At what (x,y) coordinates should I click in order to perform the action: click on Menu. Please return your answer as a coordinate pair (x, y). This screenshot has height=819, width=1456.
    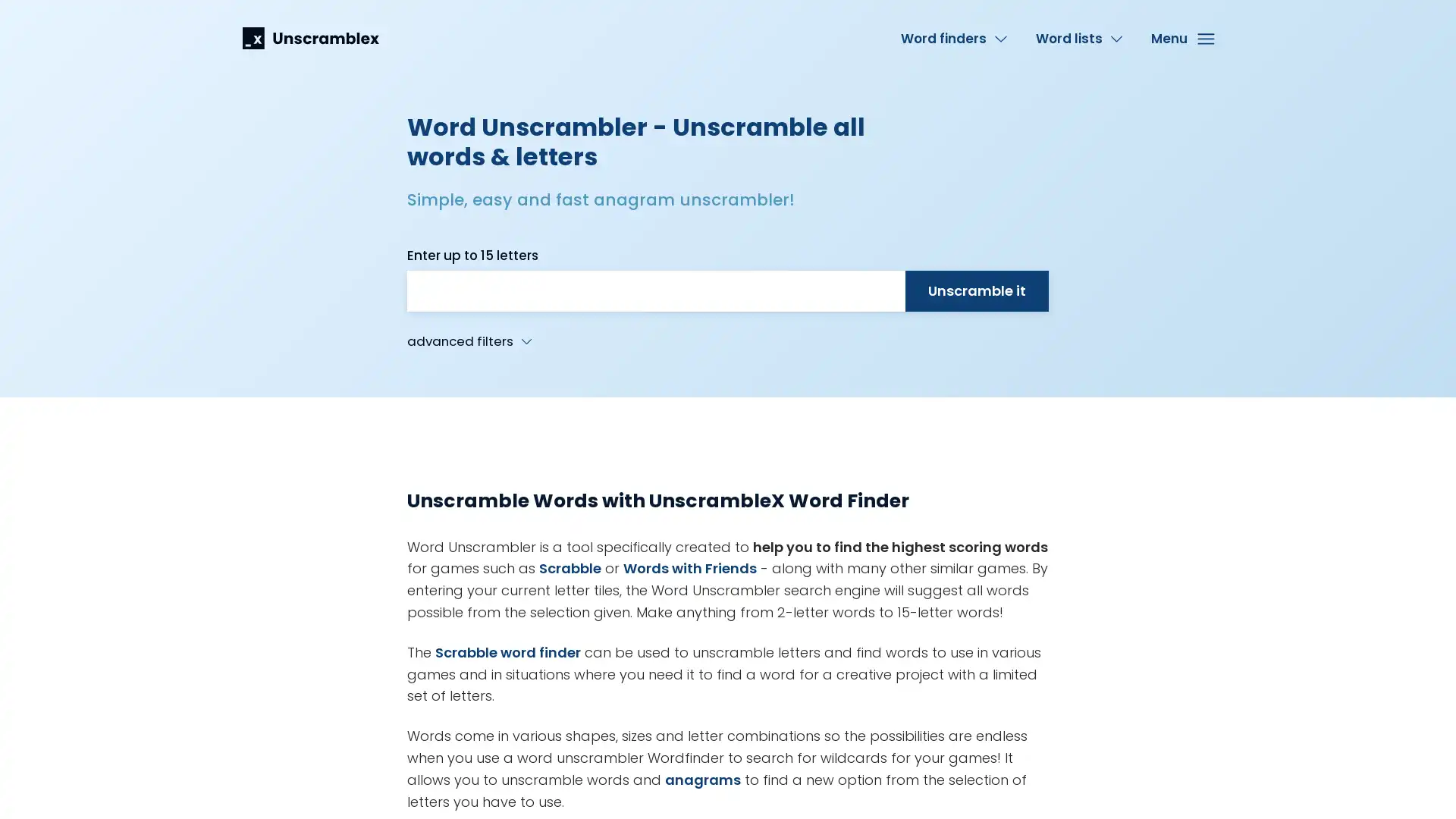
    Looking at the image, I should click on (1181, 37).